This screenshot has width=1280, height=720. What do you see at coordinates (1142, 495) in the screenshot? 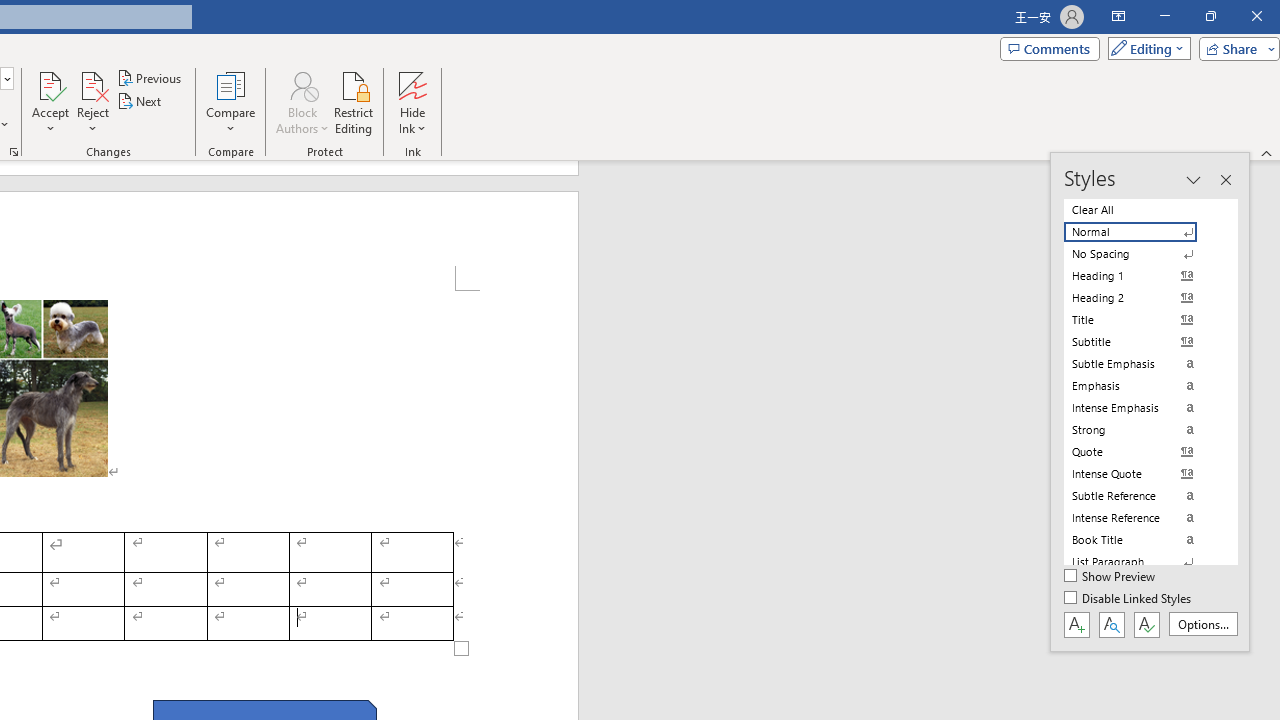
I see `'Subtle Reference'` at bounding box center [1142, 495].